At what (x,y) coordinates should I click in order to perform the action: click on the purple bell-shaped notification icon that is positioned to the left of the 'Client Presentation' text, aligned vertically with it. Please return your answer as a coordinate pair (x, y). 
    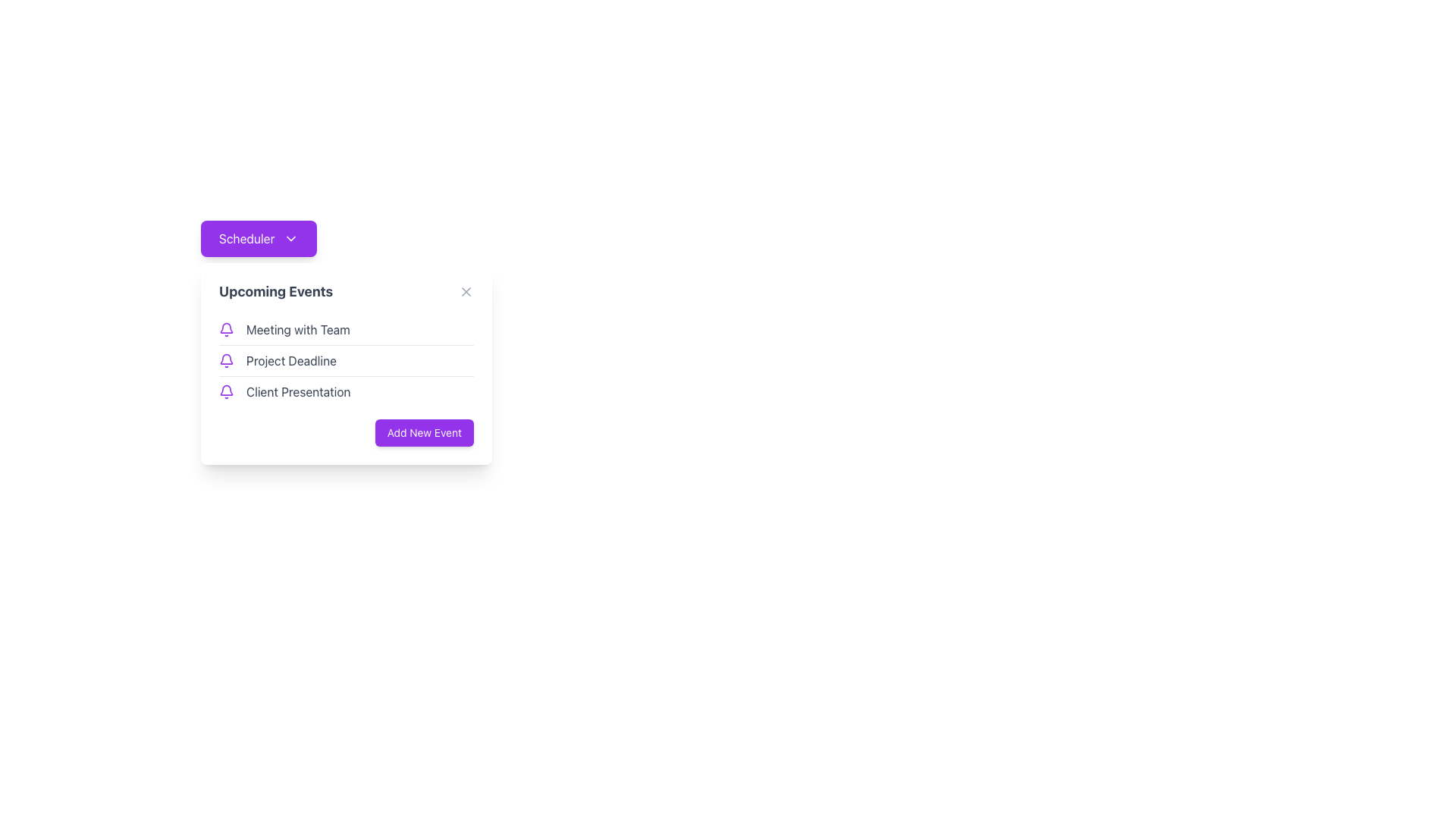
    Looking at the image, I should click on (225, 391).